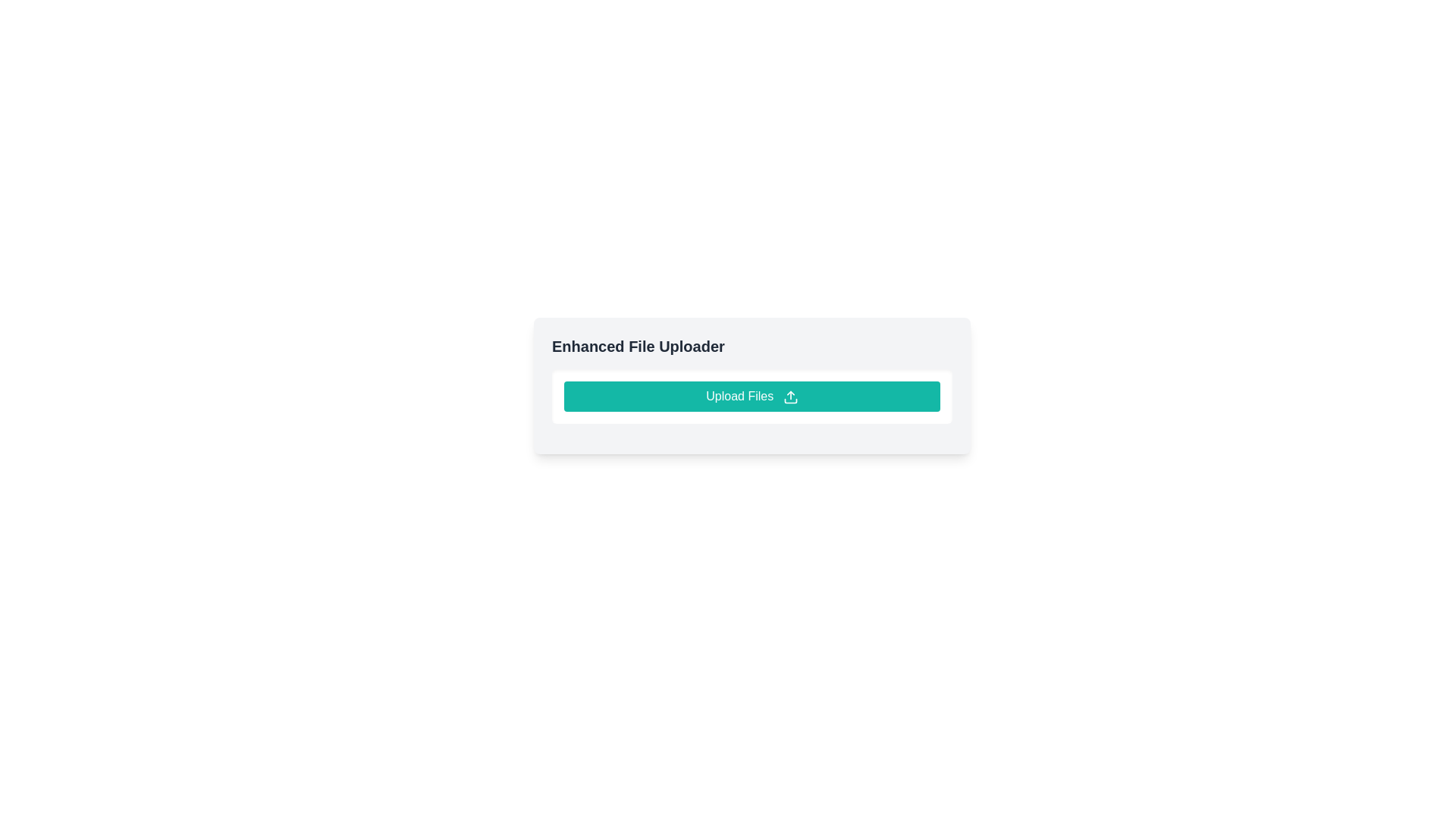  I want to click on the upward arrow icon embedded in the 'Upload Files' button, which has a teal background and indicates an upload action, so click(789, 396).